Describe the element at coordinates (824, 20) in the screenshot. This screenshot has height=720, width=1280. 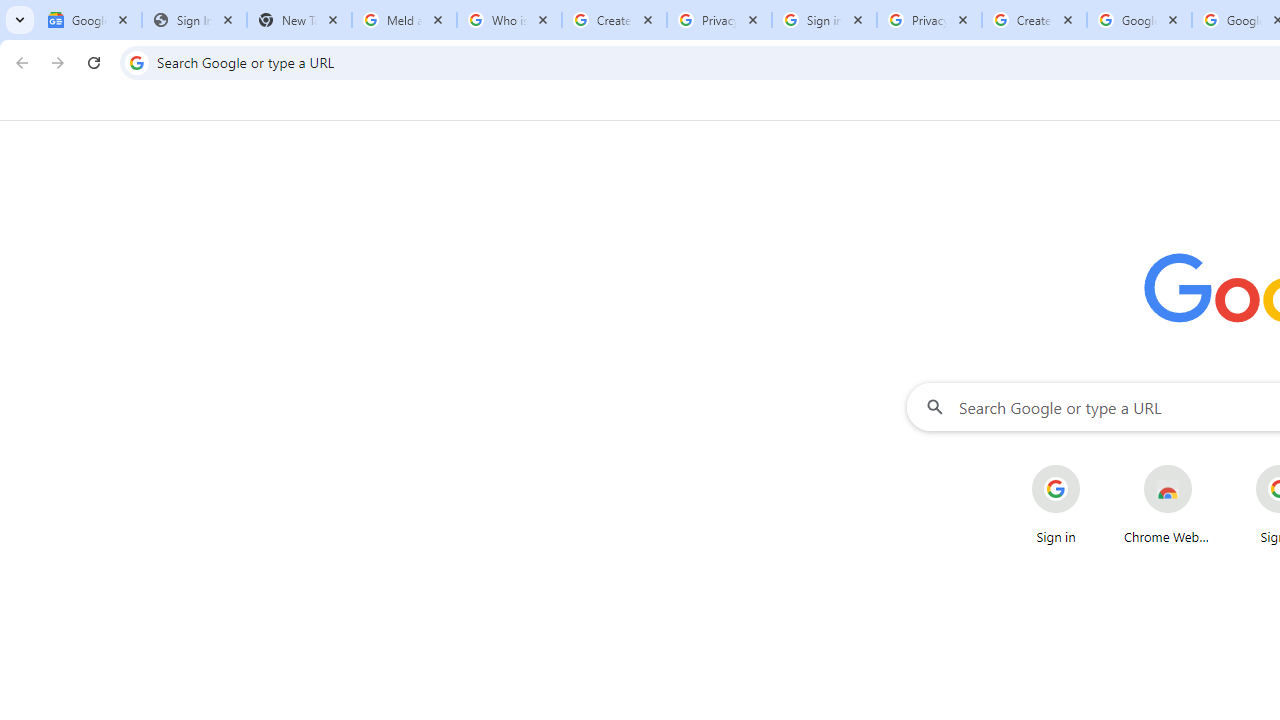
I see `'Sign in - Google Accounts'` at that location.